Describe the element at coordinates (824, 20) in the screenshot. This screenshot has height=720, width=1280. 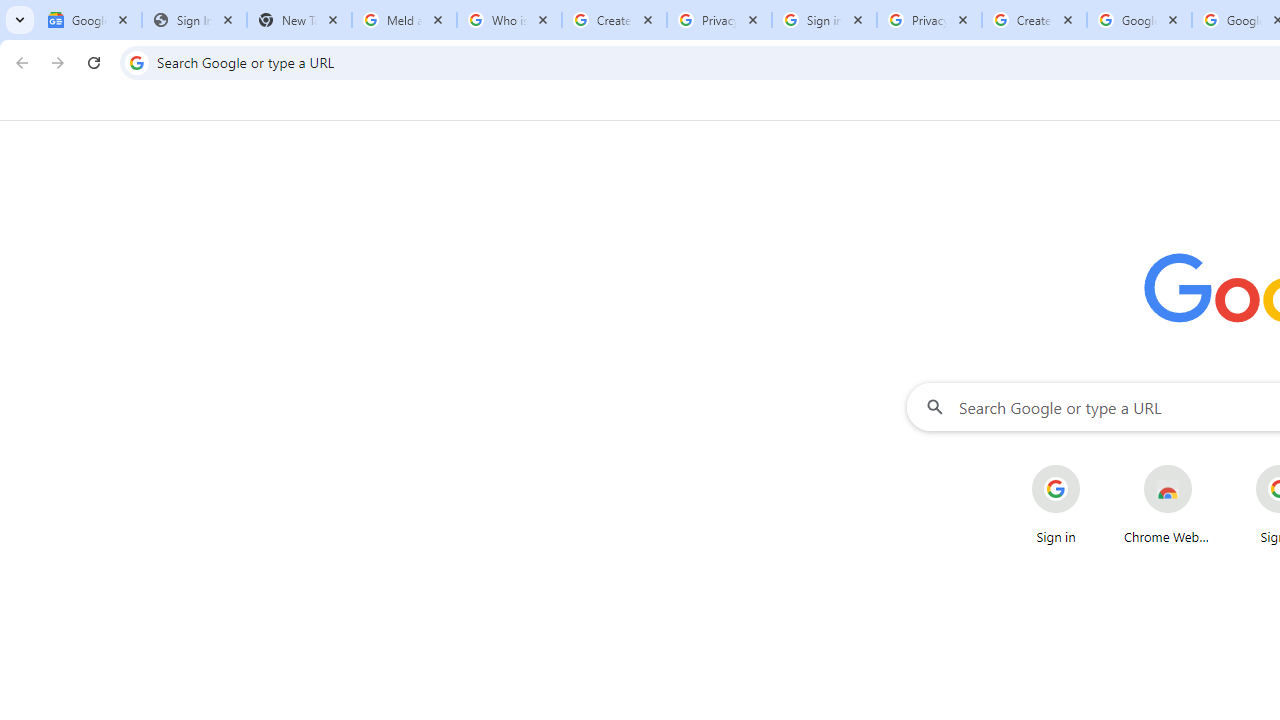
I see `'Sign in - Google Accounts'` at that location.